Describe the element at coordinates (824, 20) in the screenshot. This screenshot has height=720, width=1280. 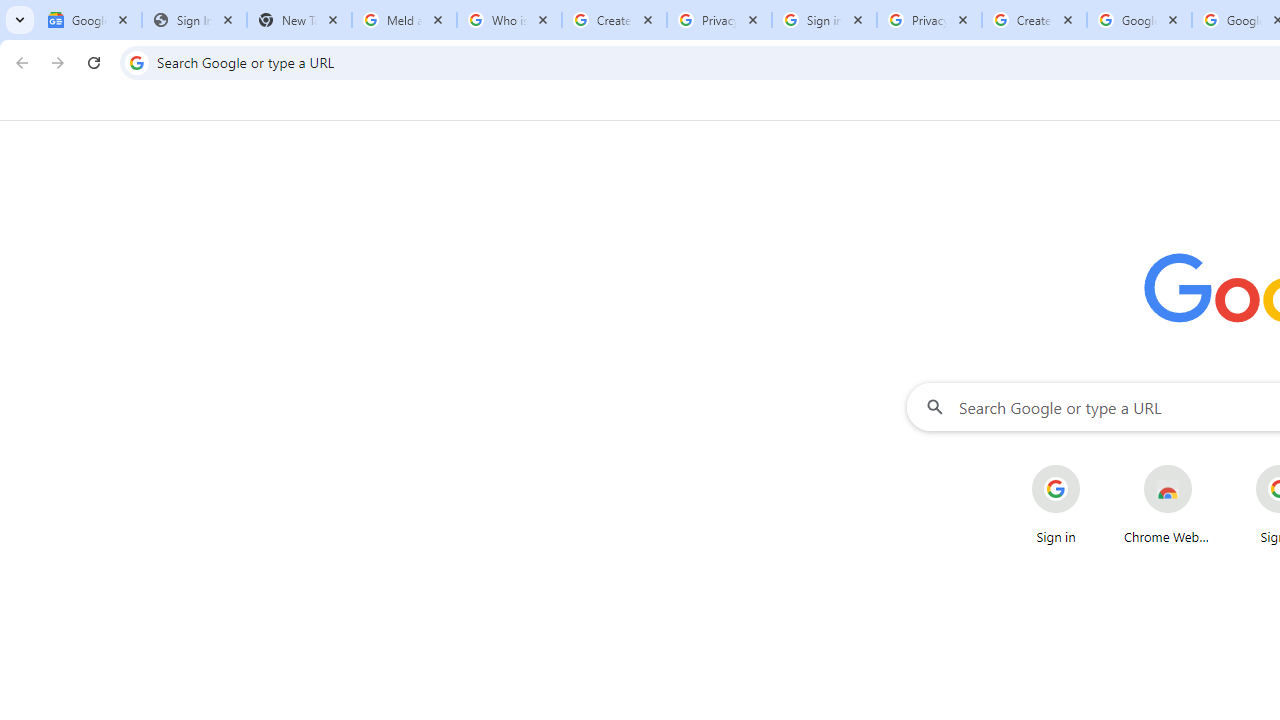
I see `'Sign in - Google Accounts'` at that location.